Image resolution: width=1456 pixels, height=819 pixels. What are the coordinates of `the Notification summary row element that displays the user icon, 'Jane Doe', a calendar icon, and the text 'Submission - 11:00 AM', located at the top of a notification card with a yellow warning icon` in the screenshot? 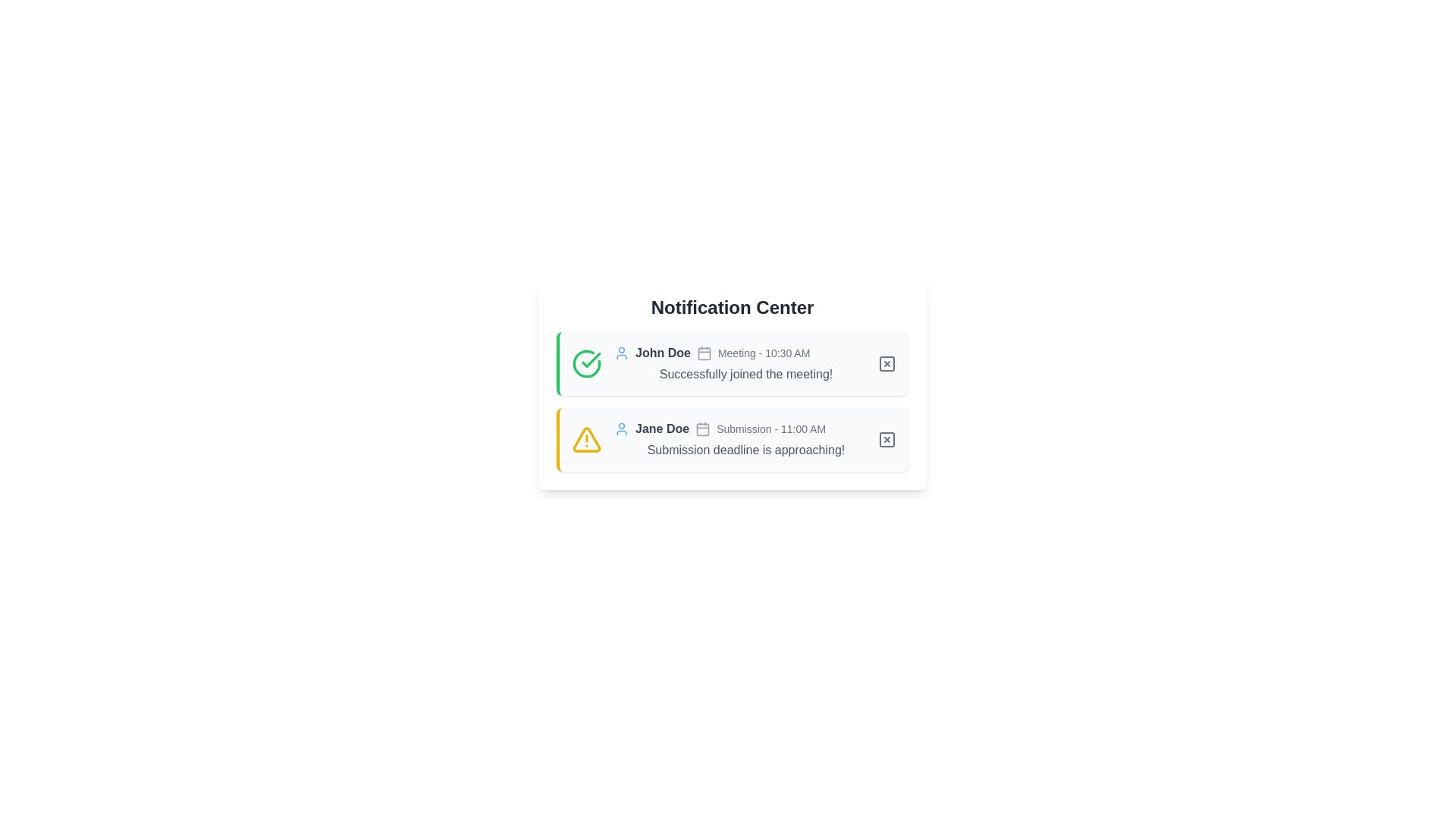 It's located at (745, 429).